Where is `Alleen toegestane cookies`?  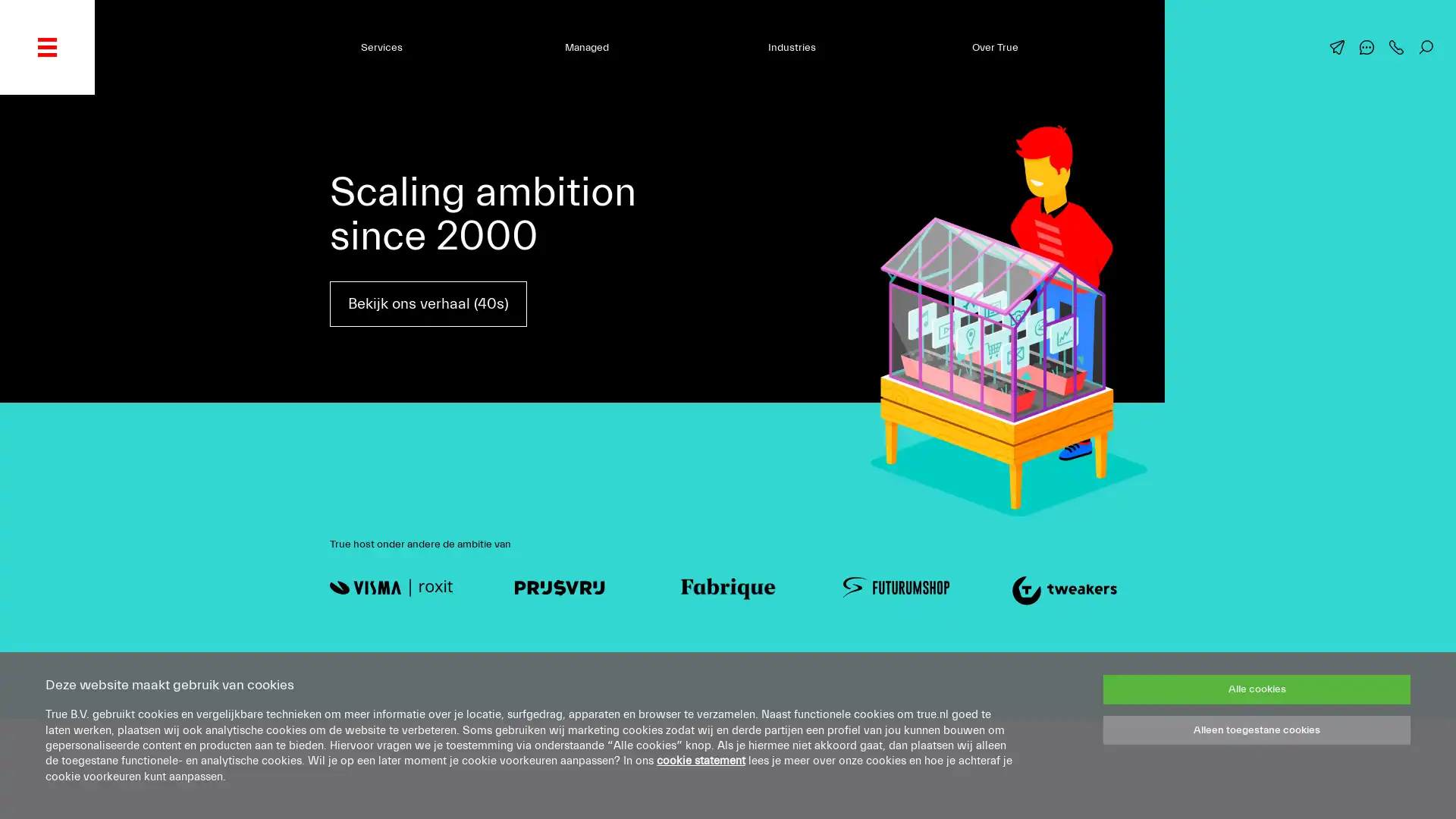
Alleen toegestane cookies is located at coordinates (1257, 719).